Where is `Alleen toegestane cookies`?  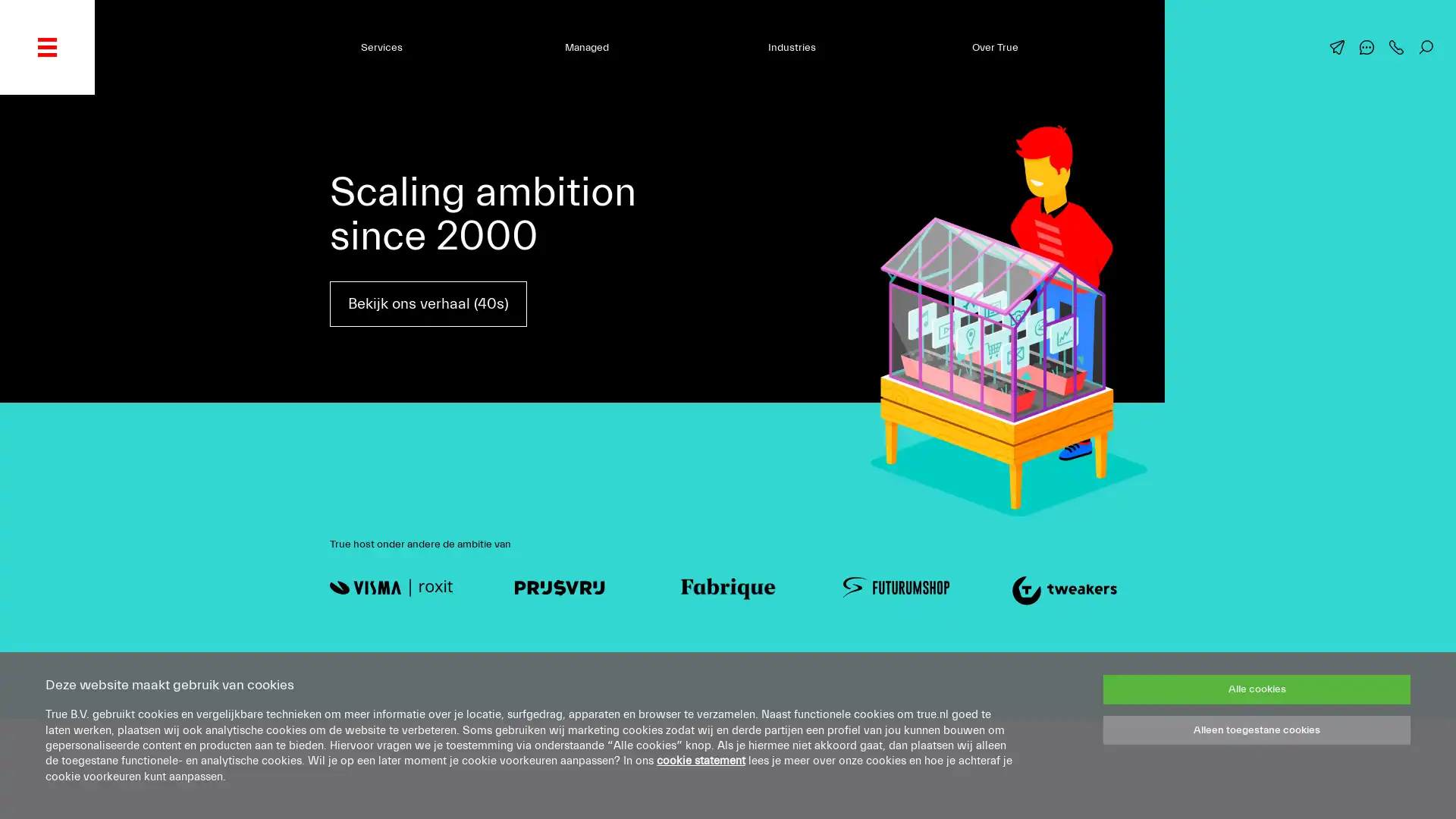
Alleen toegestane cookies is located at coordinates (1257, 719).